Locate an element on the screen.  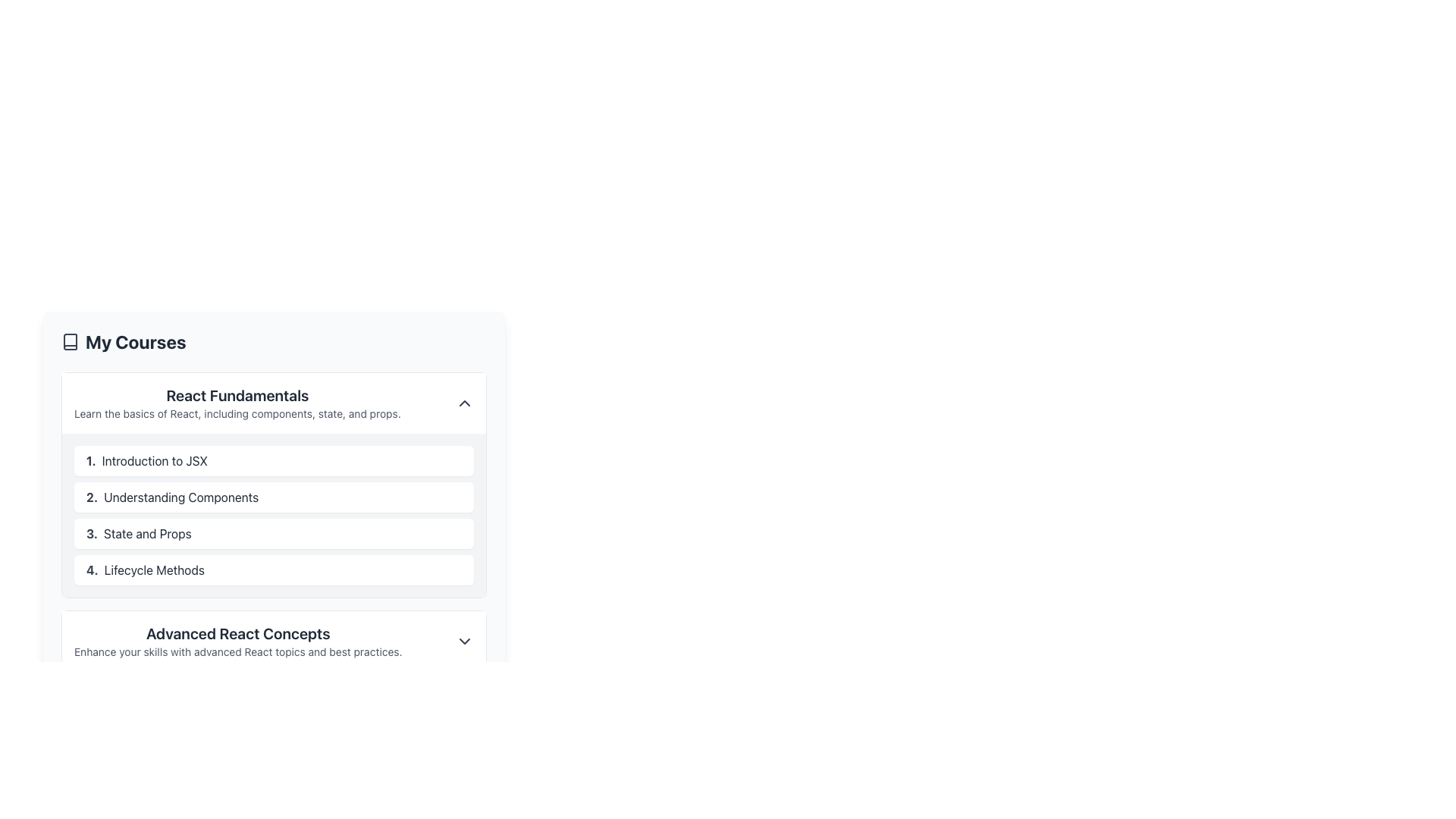
the Text Display element that provides a title and description for a course in the 'My Courses' panel is located at coordinates (237, 403).